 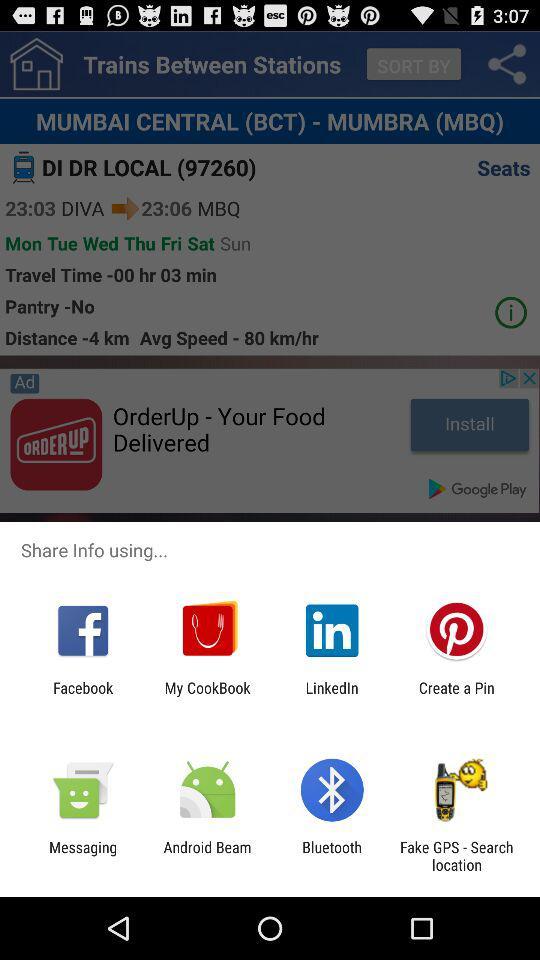 What do you see at coordinates (332, 855) in the screenshot?
I see `bluetooth` at bounding box center [332, 855].